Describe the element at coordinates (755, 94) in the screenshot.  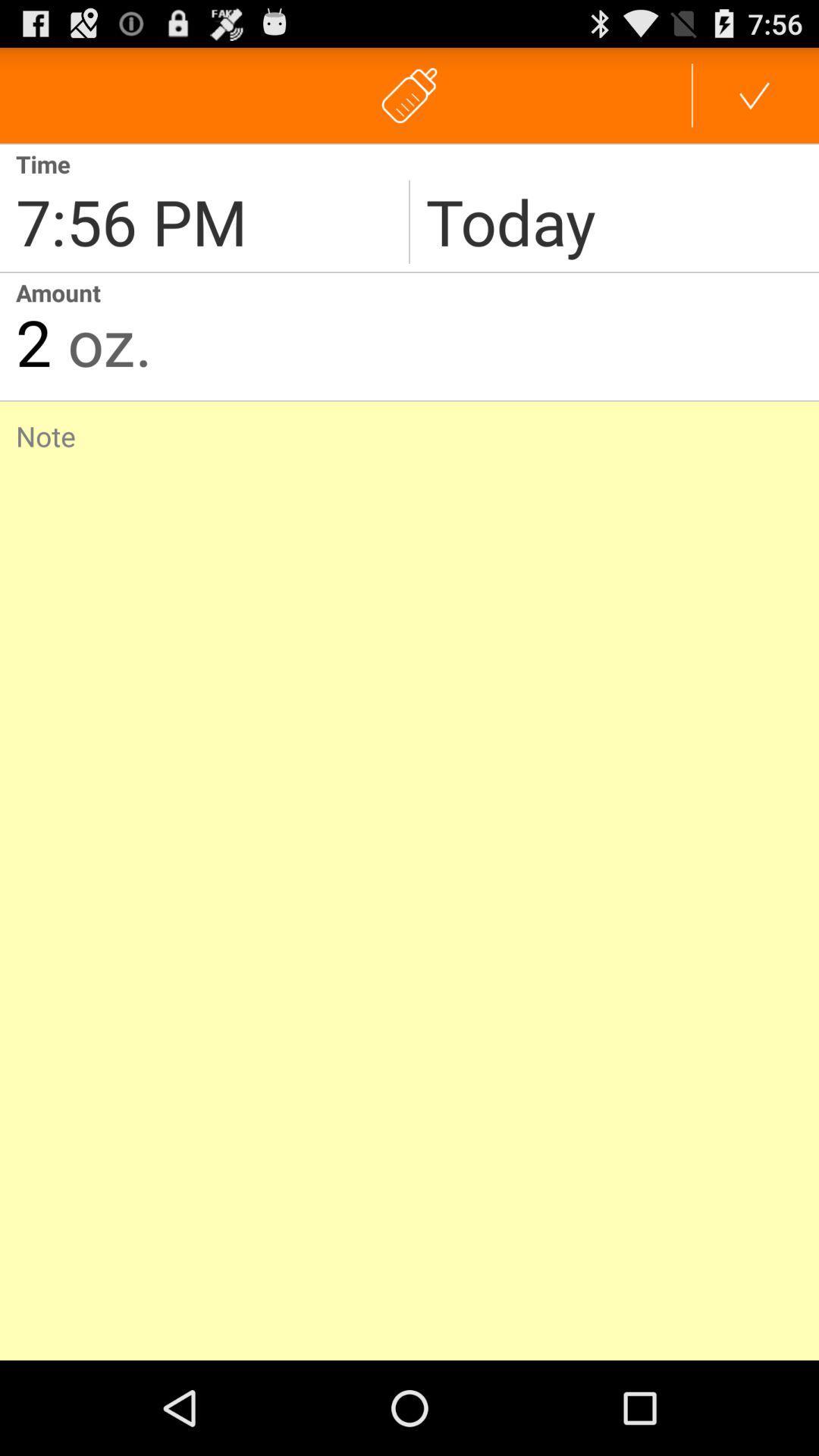
I see `tick symbol` at that location.